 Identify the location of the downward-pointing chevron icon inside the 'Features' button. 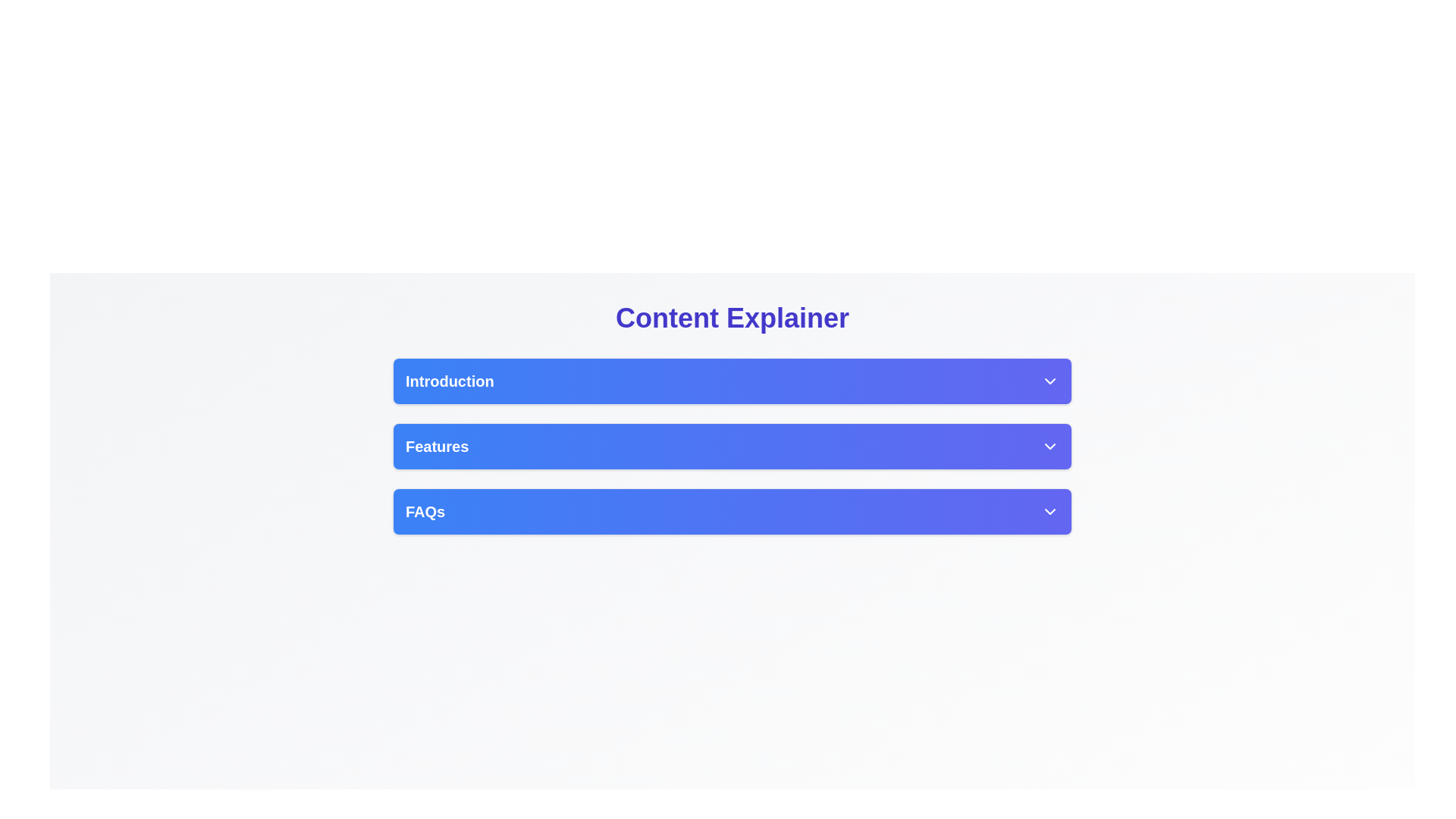
(1050, 446).